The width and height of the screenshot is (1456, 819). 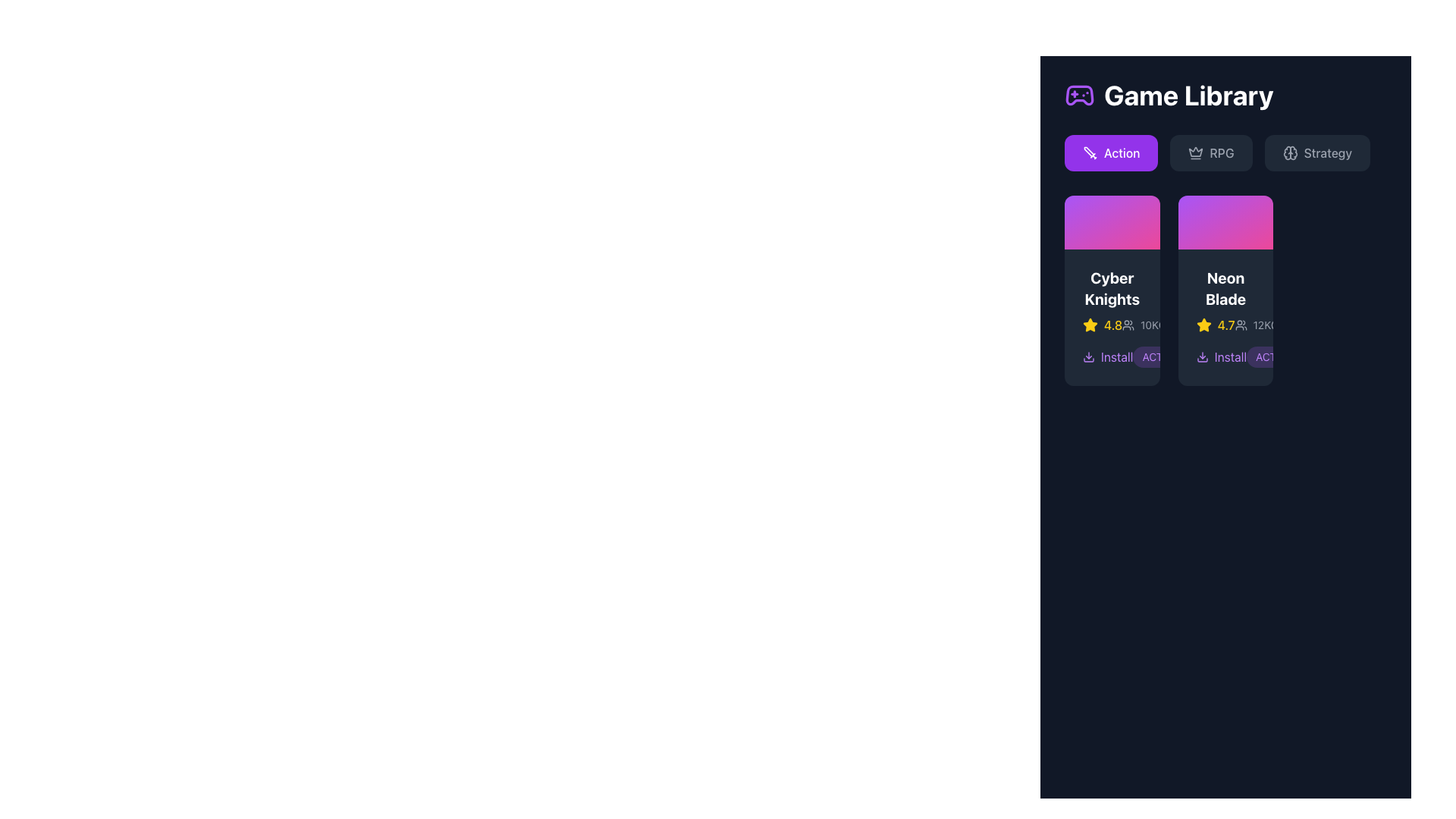 What do you see at coordinates (1195, 152) in the screenshot?
I see `the decorative RPG category icon located to the left of the text label 'RPG', which is centered within the category button in the Game Library section` at bounding box center [1195, 152].